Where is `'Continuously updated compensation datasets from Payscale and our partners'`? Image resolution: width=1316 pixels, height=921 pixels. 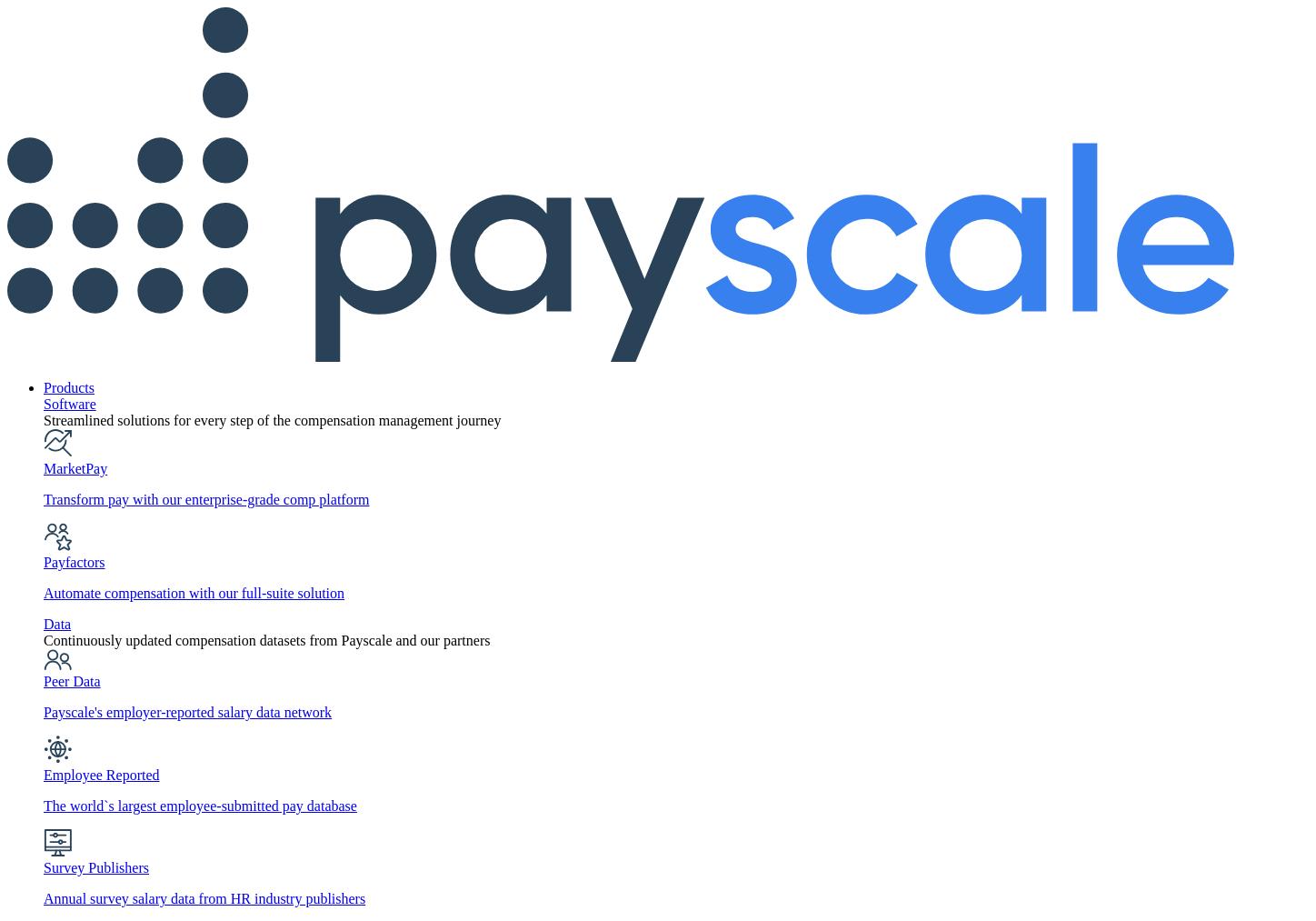
'Continuously updated compensation datasets from Payscale and our partners' is located at coordinates (265, 639).